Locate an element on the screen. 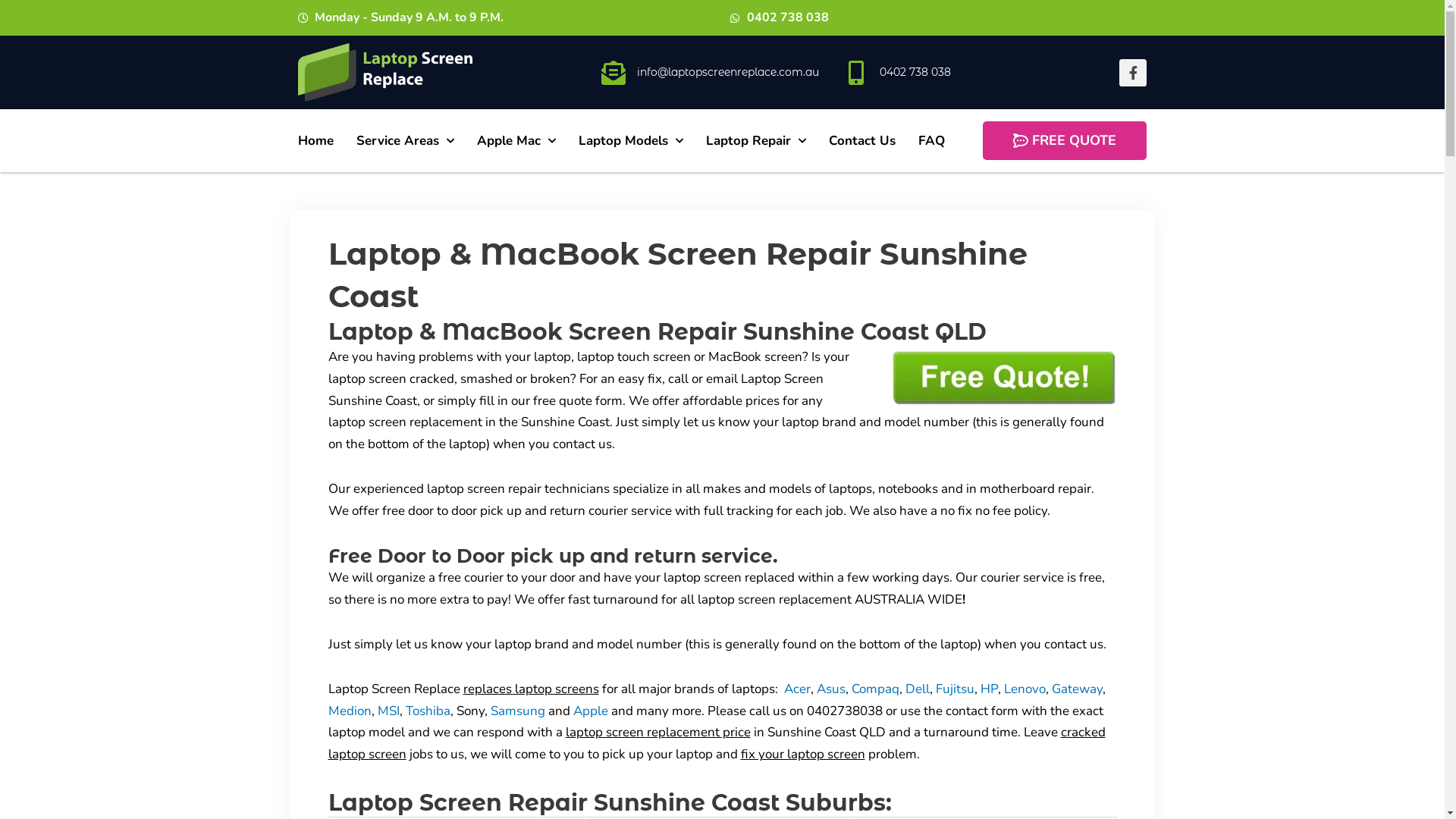  'info@laptopscreenreplace.com.au' is located at coordinates (728, 72).